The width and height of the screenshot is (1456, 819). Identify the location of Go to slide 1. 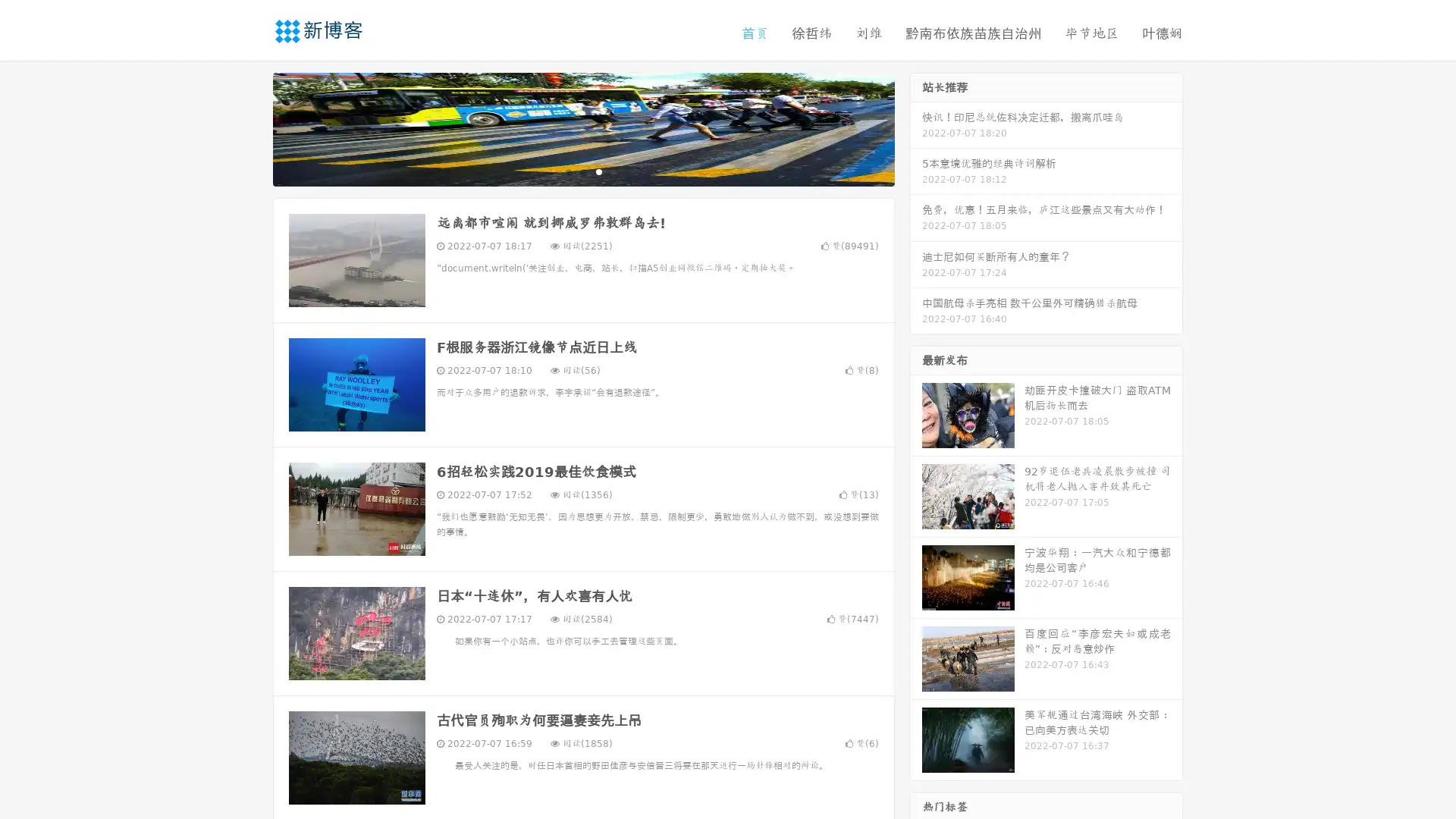
(567, 171).